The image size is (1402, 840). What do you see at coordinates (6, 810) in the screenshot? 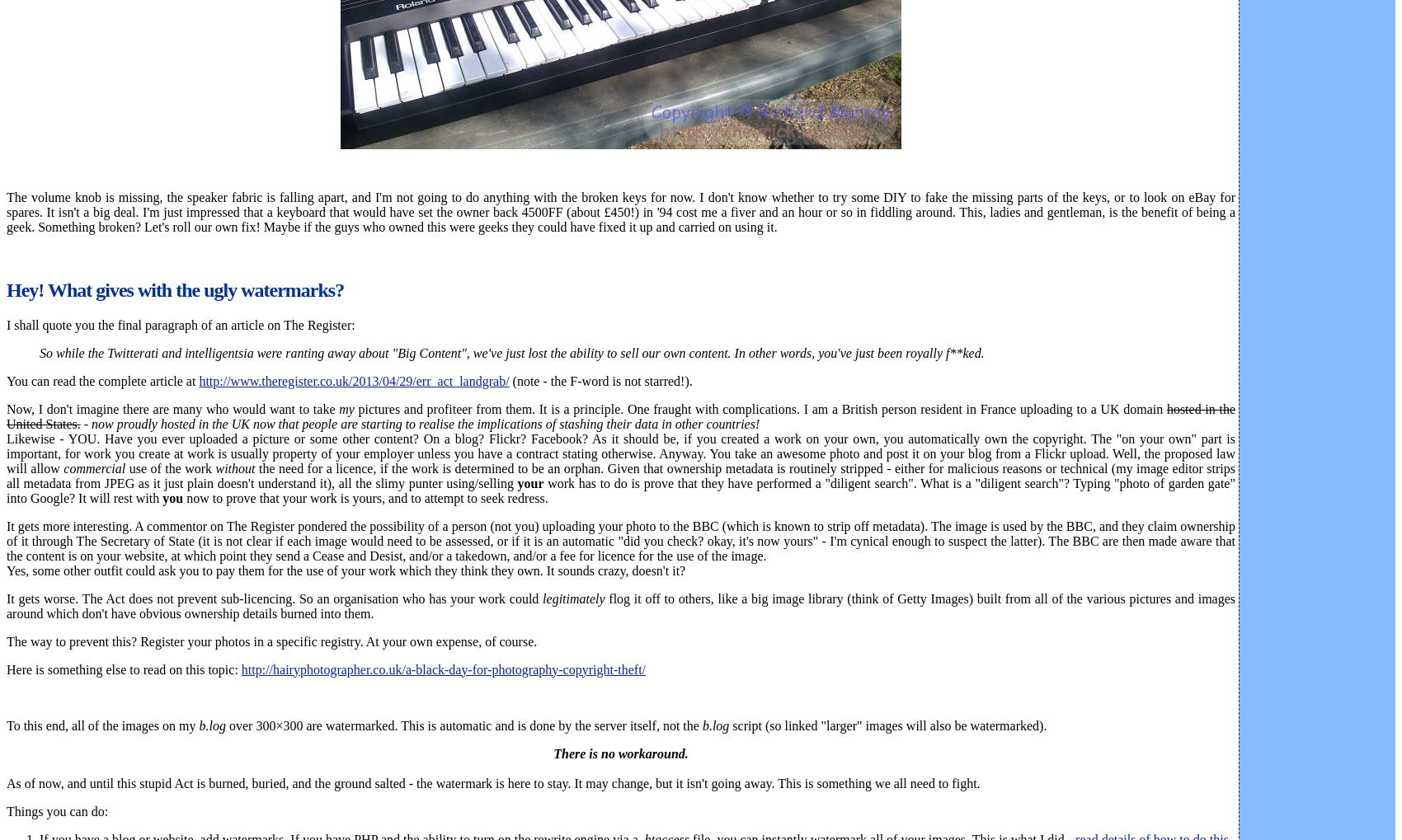
I see `'Things you can do:'` at bounding box center [6, 810].